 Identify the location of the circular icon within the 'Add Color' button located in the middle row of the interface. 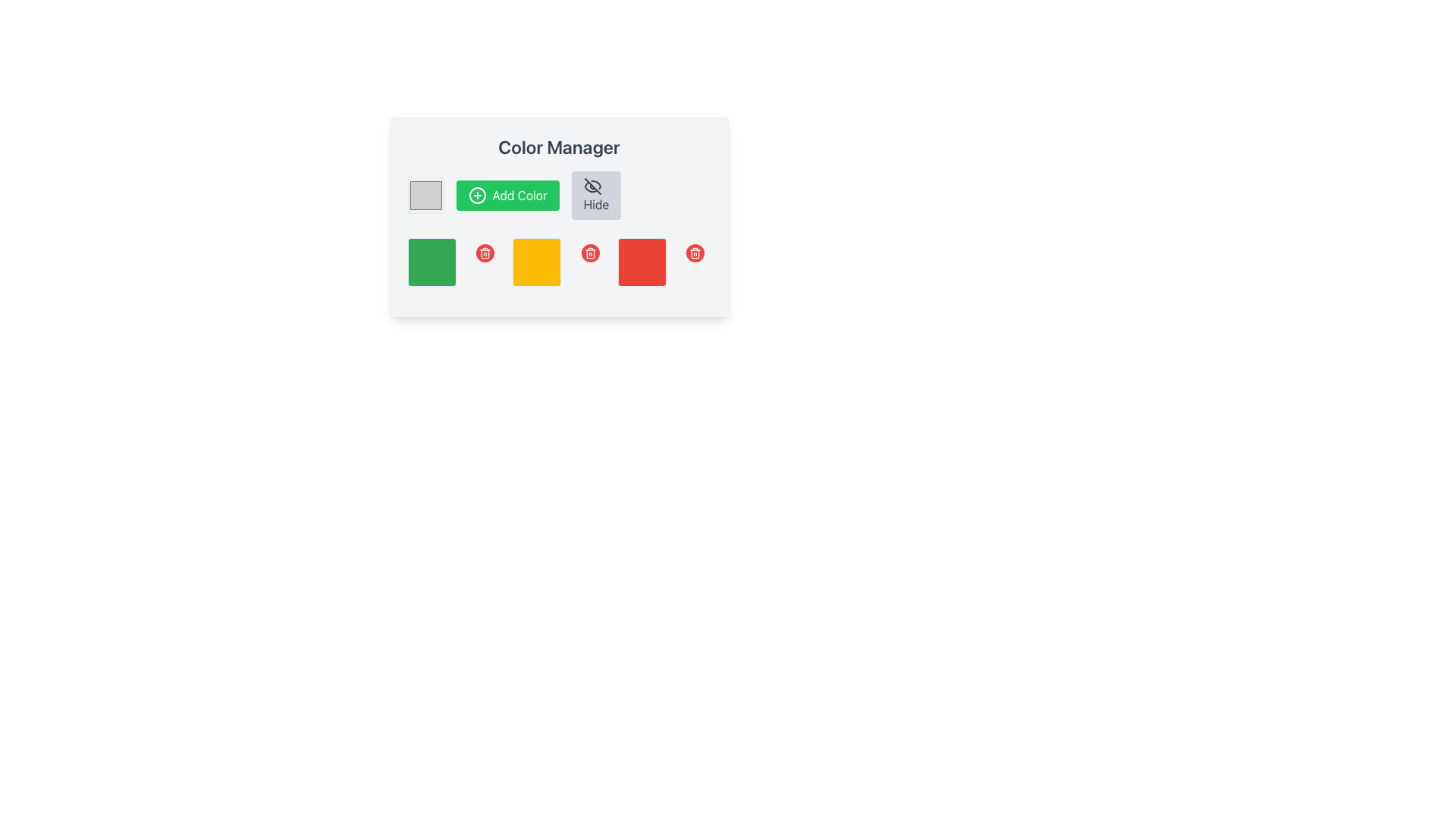
(476, 195).